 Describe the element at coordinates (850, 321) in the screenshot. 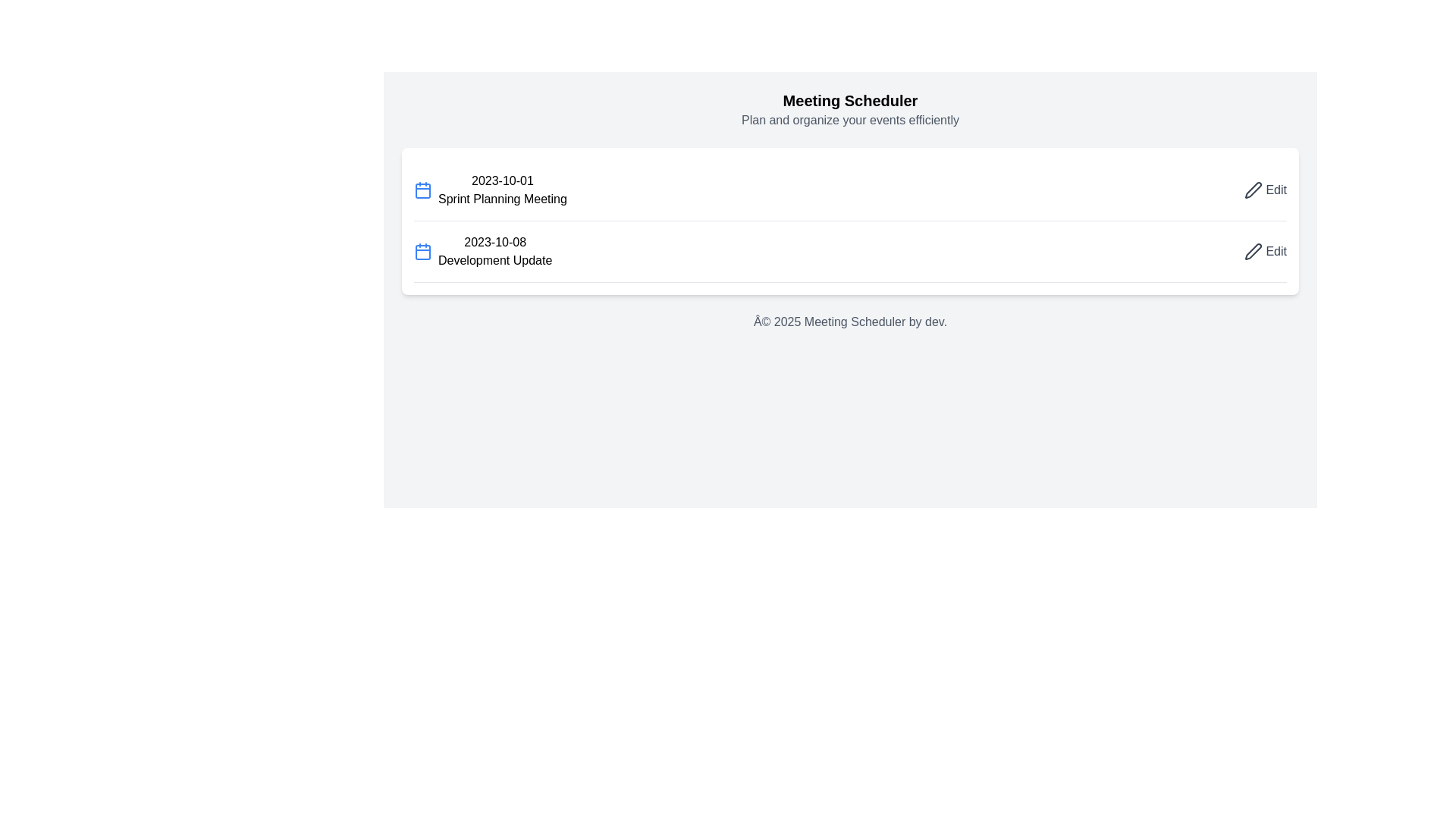

I see `the static text element displaying '© 2025 Meeting Scheduler by dev.' which is centered horizontally below the main content` at that location.